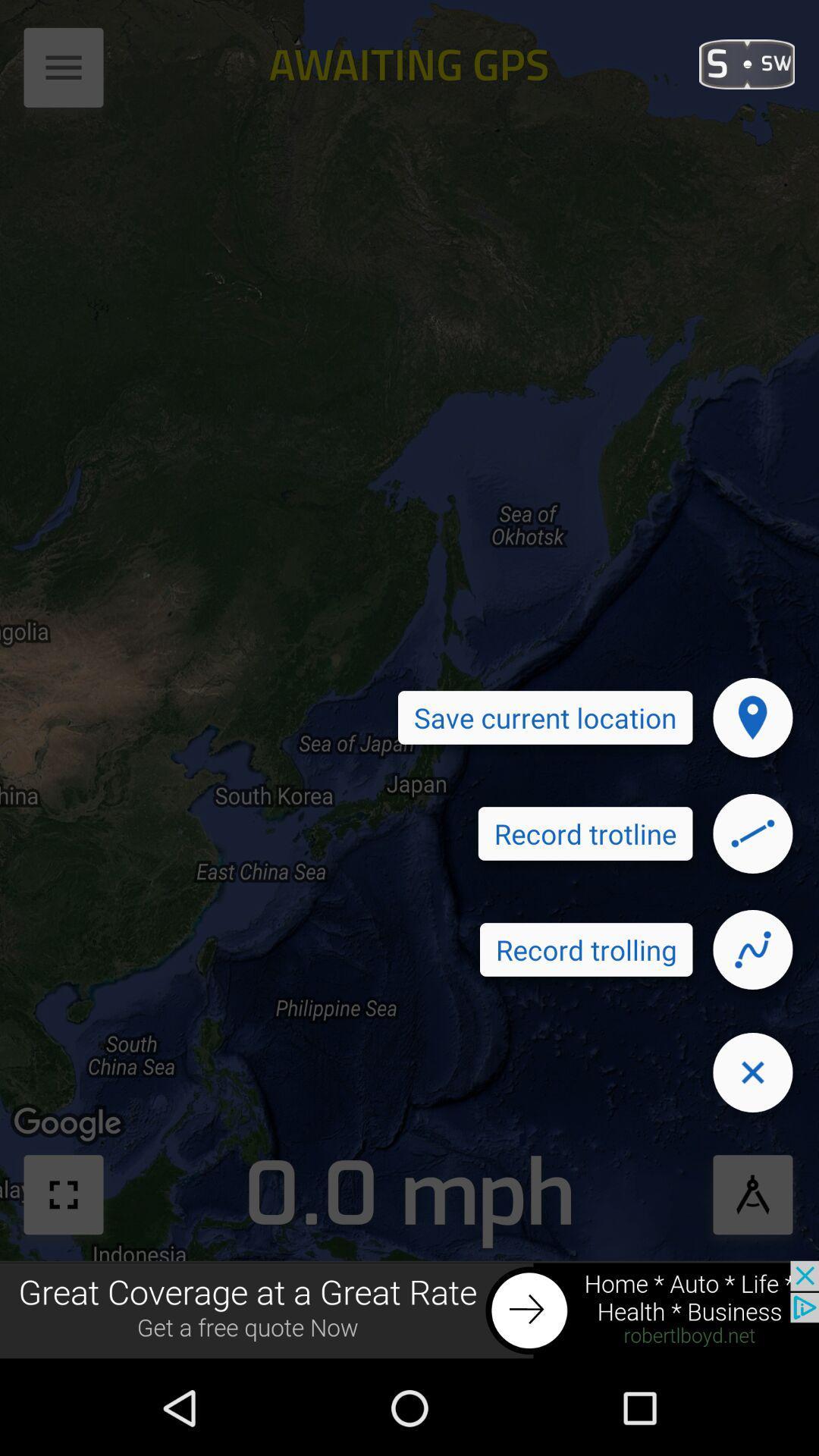 The height and width of the screenshot is (1456, 819). Describe the element at coordinates (70, 1125) in the screenshot. I see `the text which is above the full screen button` at that location.